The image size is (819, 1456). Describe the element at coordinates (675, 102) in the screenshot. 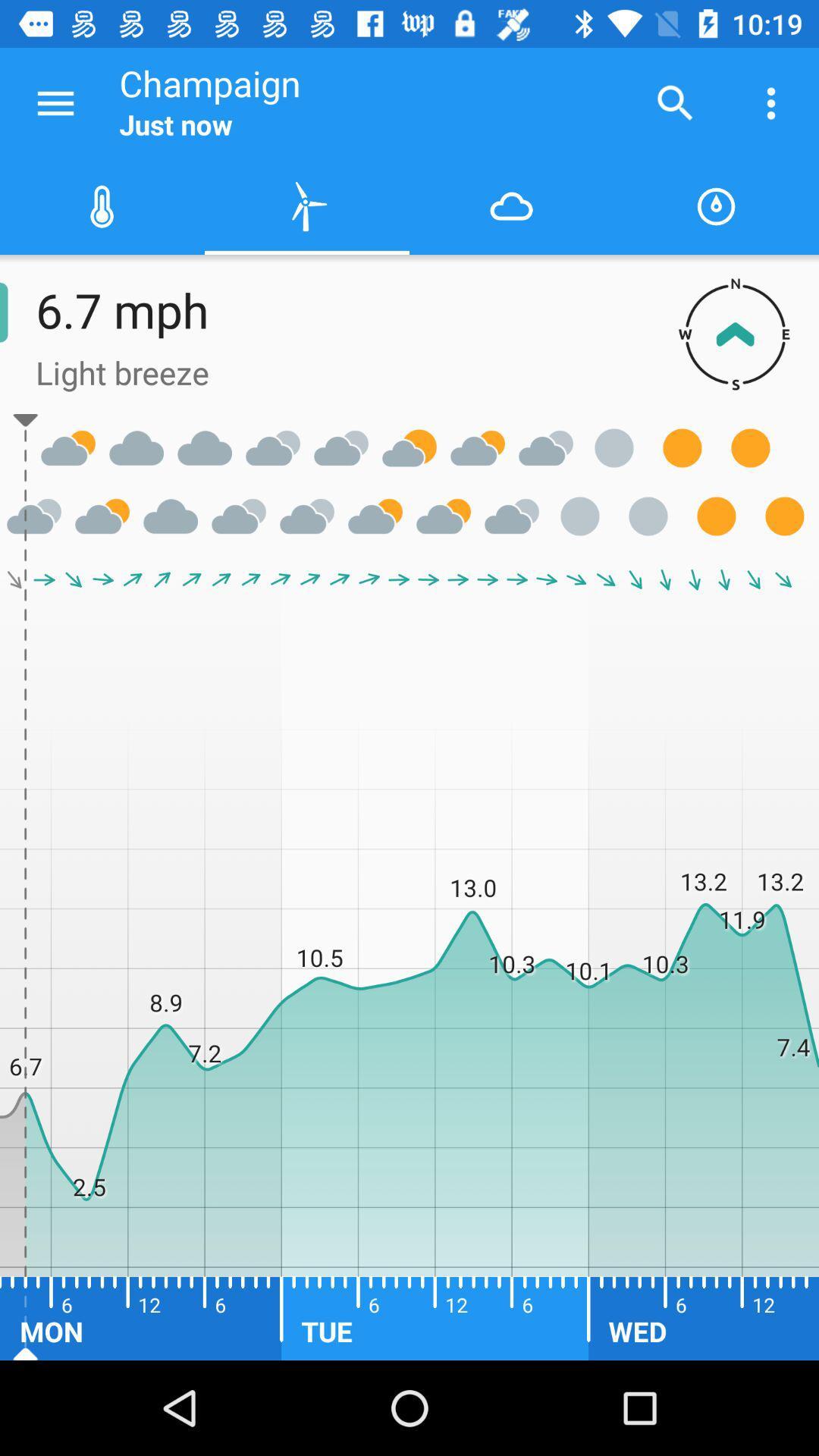

I see `the icon next to the champaign icon` at that location.